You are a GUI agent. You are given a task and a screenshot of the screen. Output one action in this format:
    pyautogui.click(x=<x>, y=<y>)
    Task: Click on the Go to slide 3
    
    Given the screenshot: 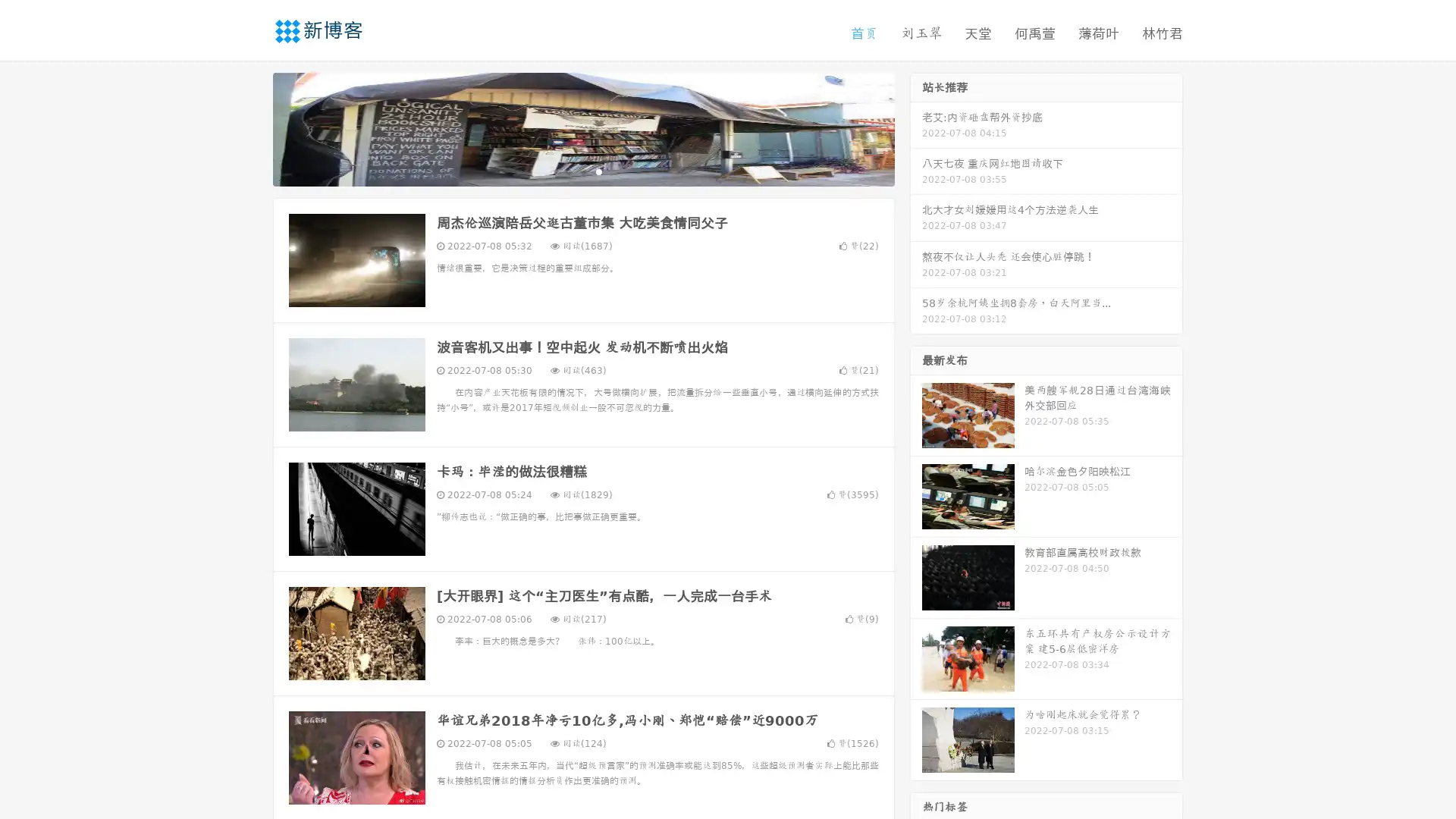 What is the action you would take?
    pyautogui.click(x=598, y=171)
    